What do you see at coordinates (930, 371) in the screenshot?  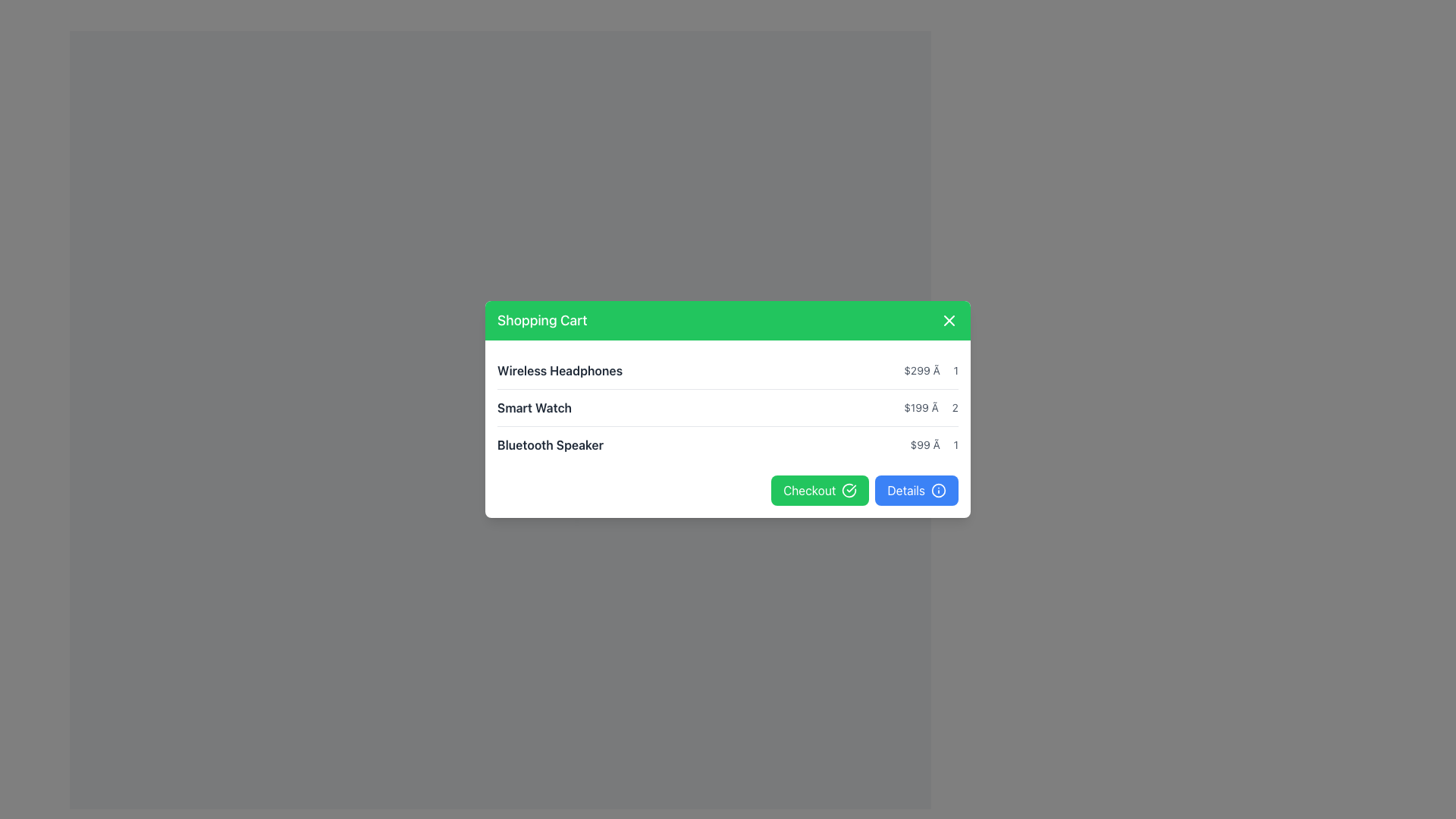 I see `the informational text label displaying the cost and quantity of 'Wireless Headphones' in the shopping cart interface` at bounding box center [930, 371].